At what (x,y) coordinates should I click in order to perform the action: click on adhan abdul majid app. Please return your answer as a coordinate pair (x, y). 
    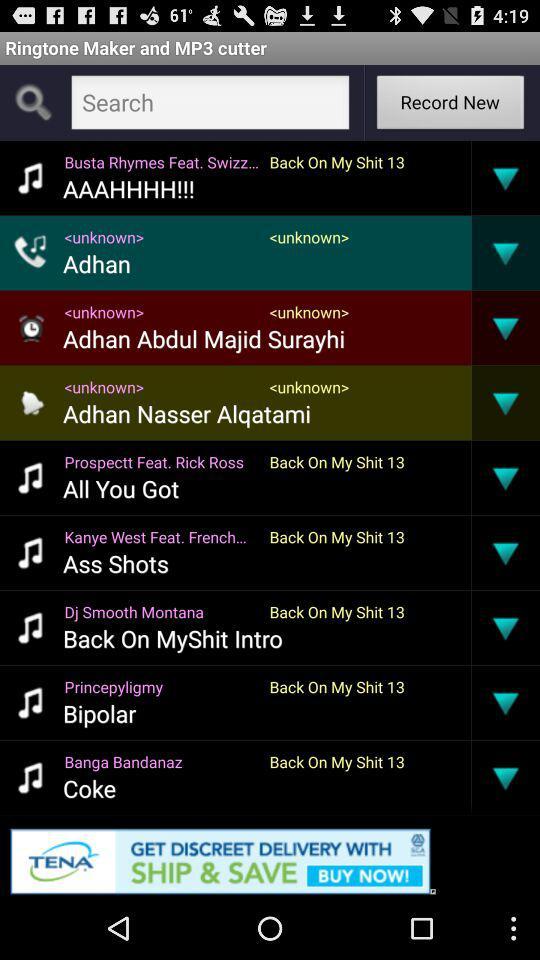
    Looking at the image, I should click on (203, 338).